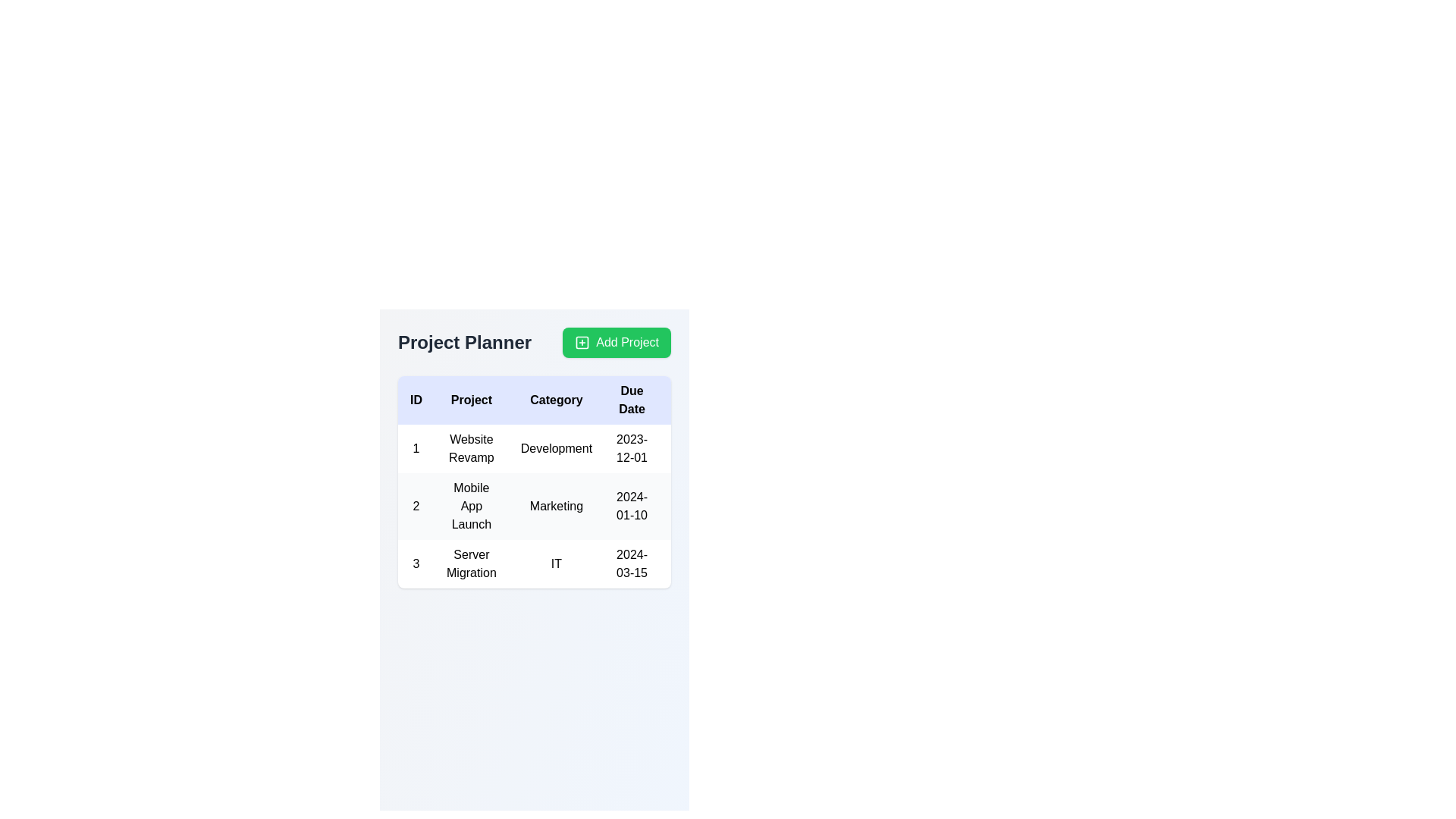 Image resolution: width=1456 pixels, height=819 pixels. I want to click on the text label indicating the due date of the associated project in the second row of the table under the header 'Due Date', so click(632, 506).